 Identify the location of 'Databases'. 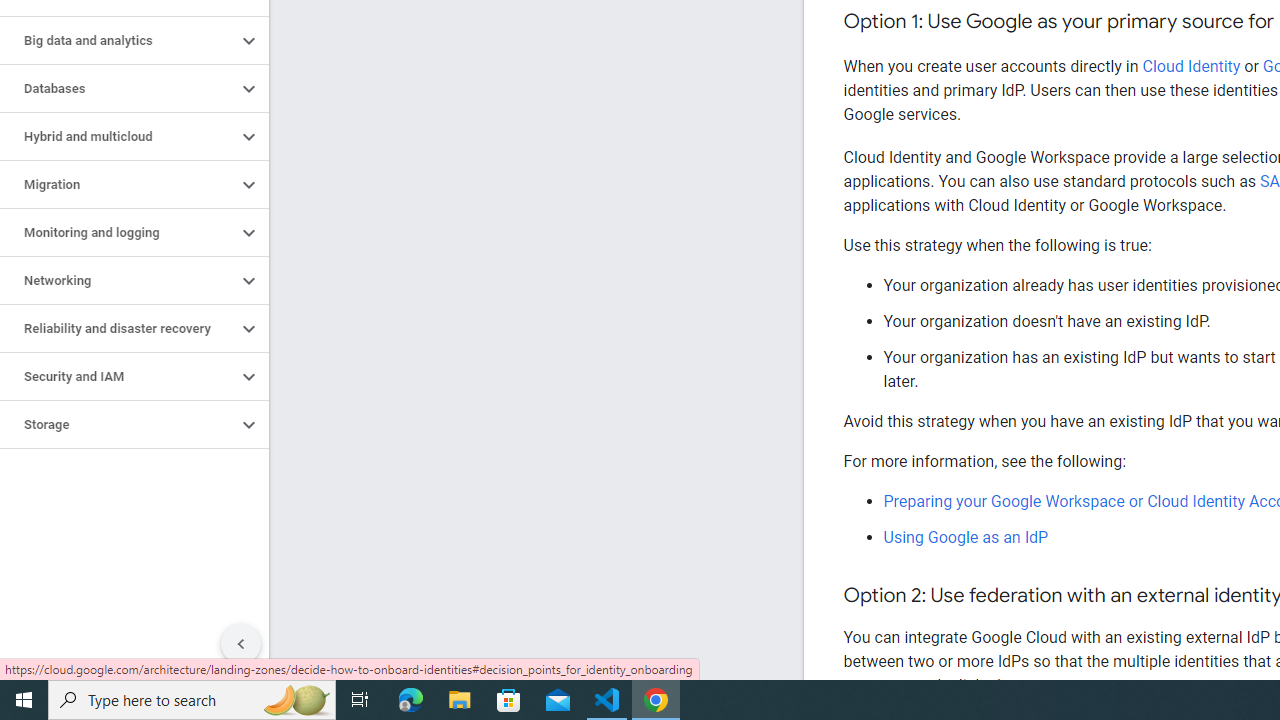
(117, 87).